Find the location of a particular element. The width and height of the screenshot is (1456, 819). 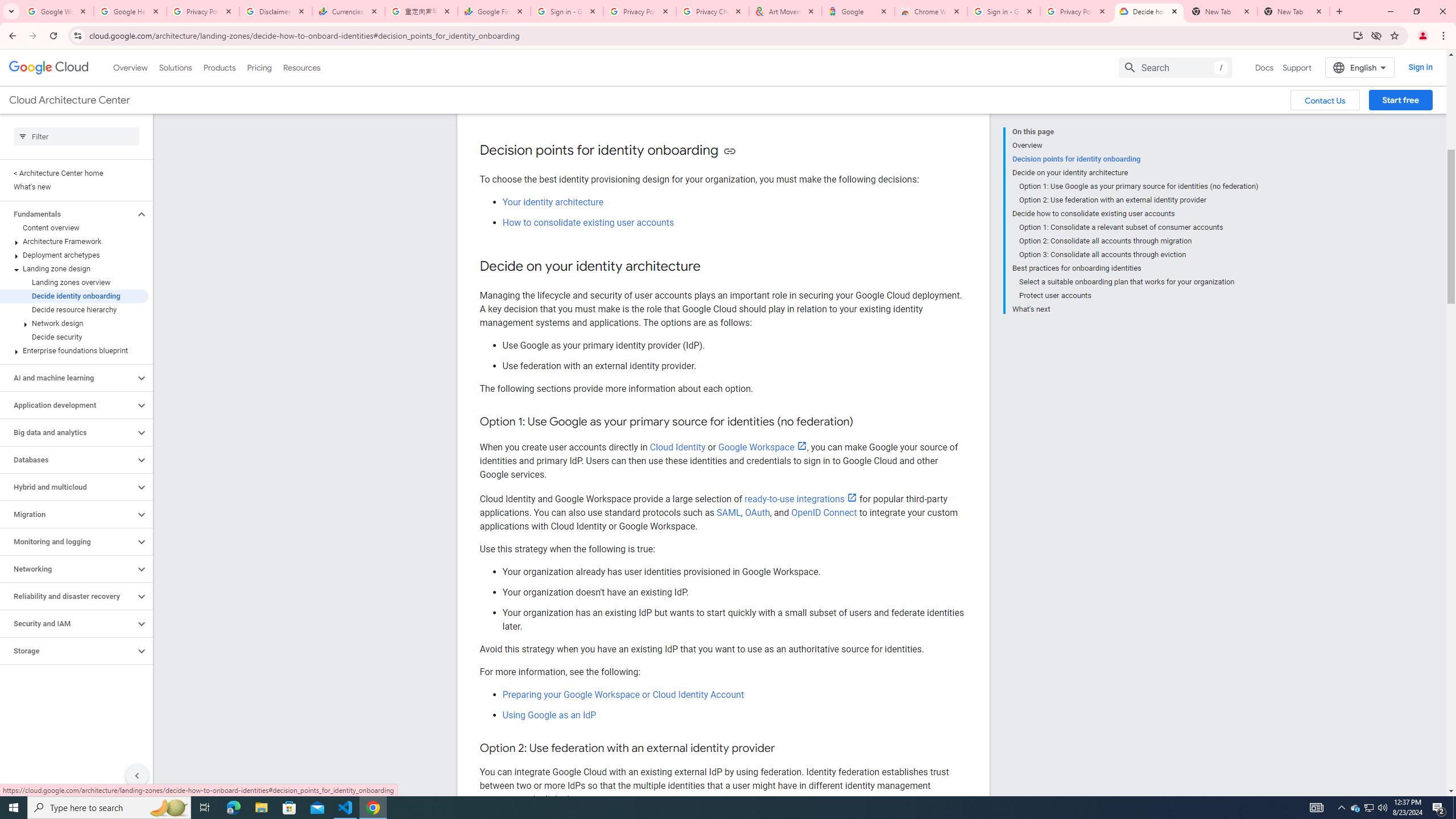

'Network design' is located at coordinates (74, 322).